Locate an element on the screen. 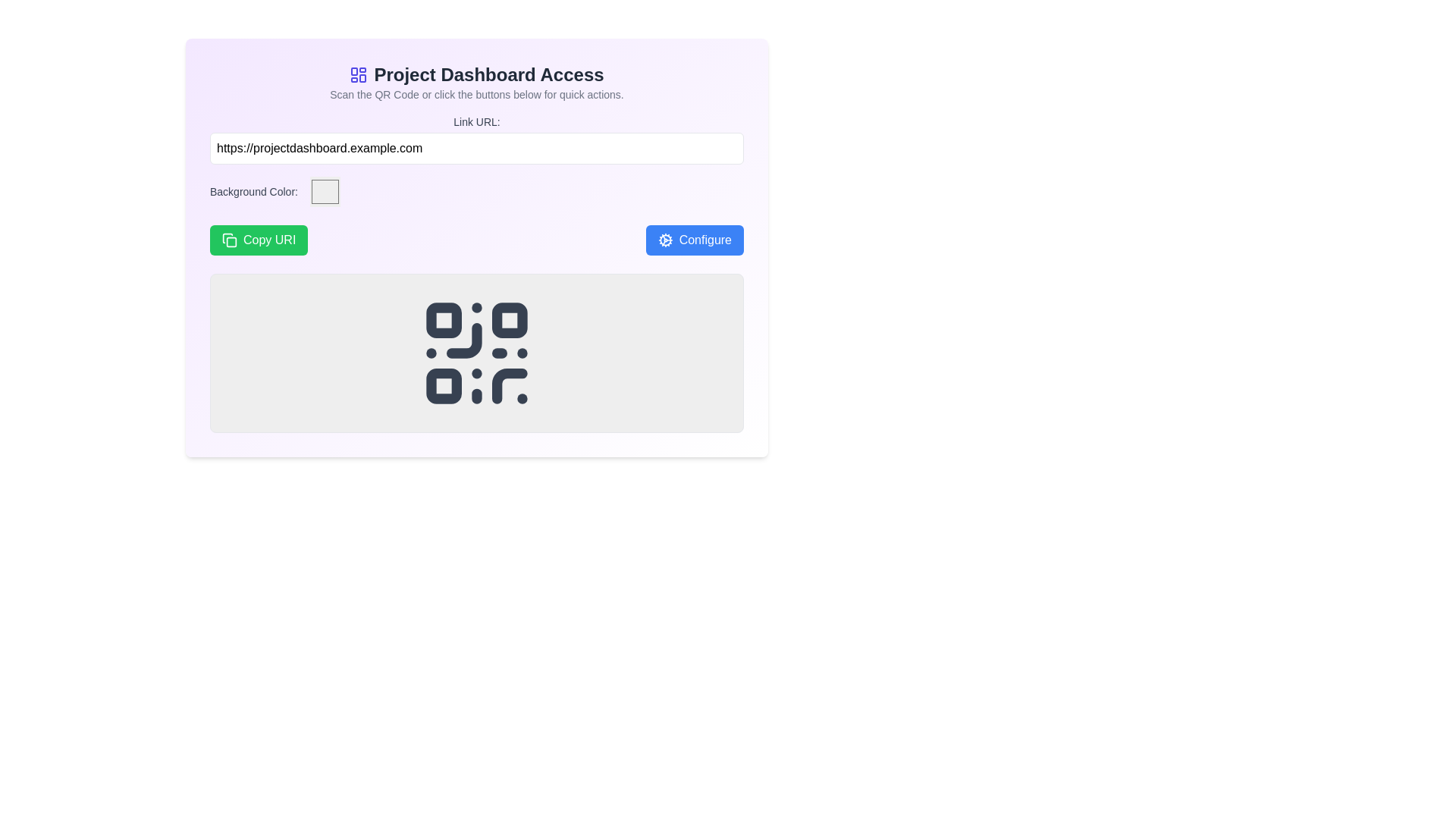 The height and width of the screenshot is (819, 1456). the cogwheel-shaped icon representing settings, located to the left of the text label within the 'Configure' button in the upper-right portion of the interface is located at coordinates (665, 239).